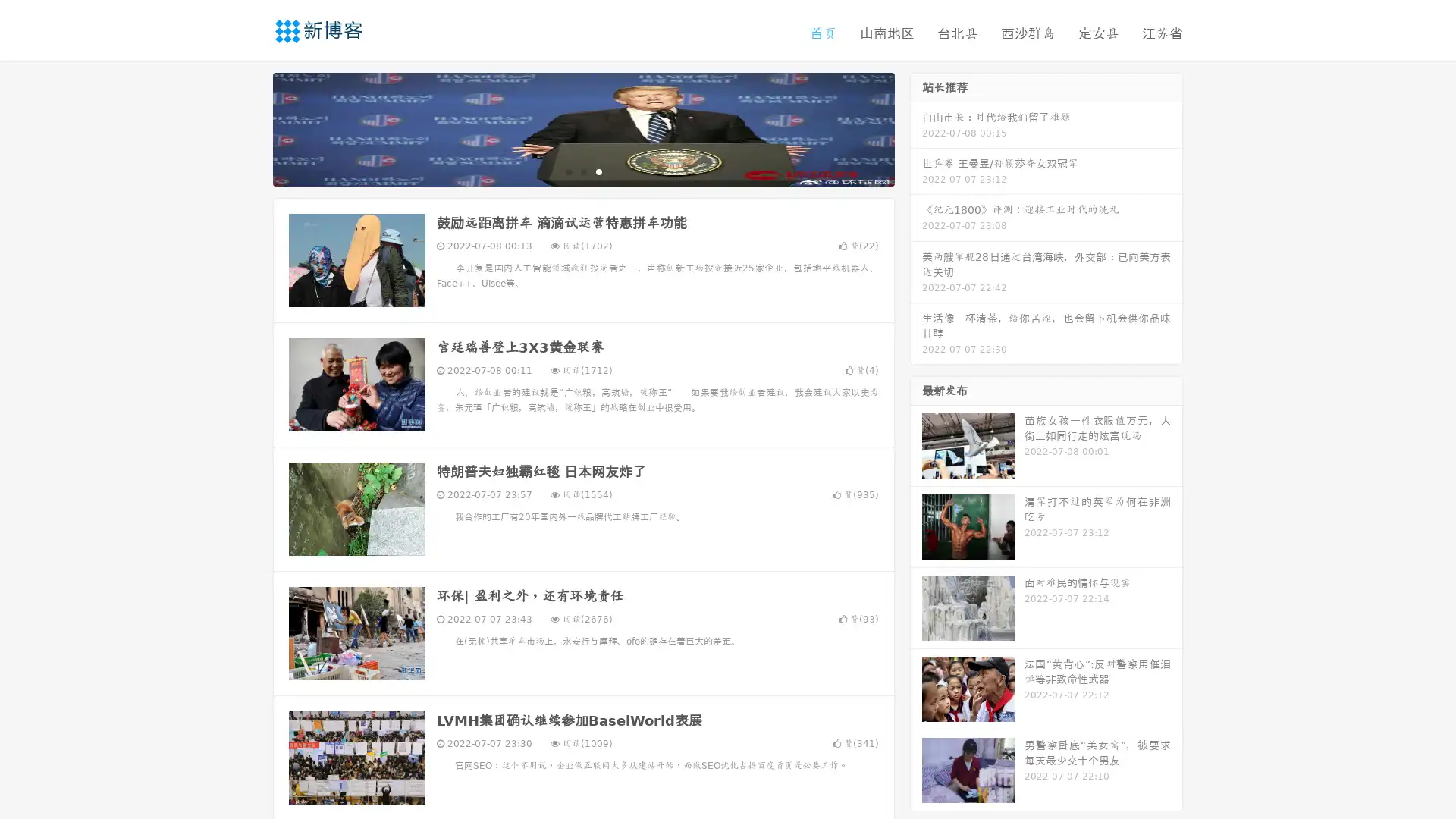 The width and height of the screenshot is (1456, 819). Describe the element at coordinates (567, 171) in the screenshot. I see `Go to slide 1` at that location.